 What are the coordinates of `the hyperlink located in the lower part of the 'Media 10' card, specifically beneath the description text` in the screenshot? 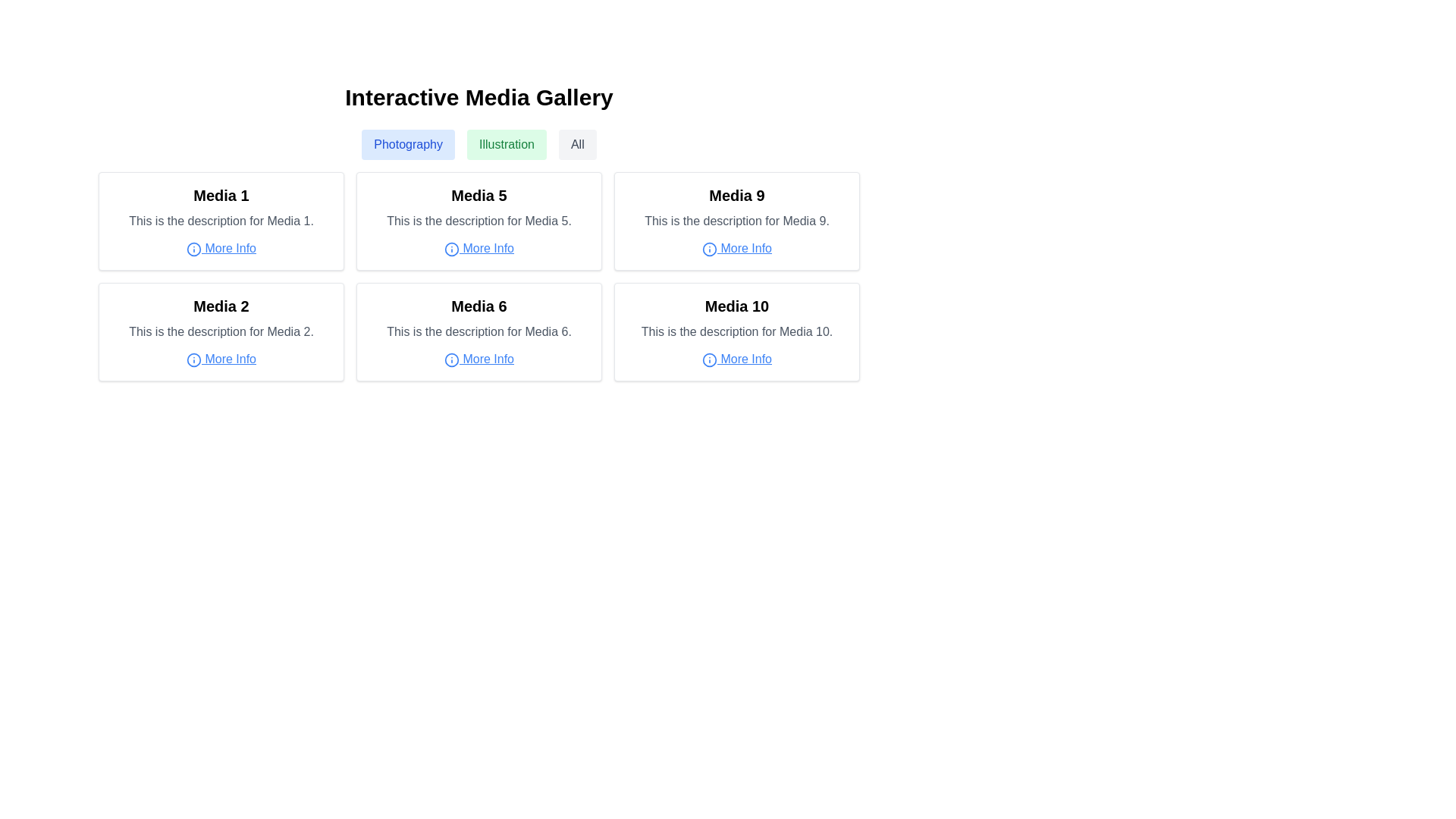 It's located at (736, 359).